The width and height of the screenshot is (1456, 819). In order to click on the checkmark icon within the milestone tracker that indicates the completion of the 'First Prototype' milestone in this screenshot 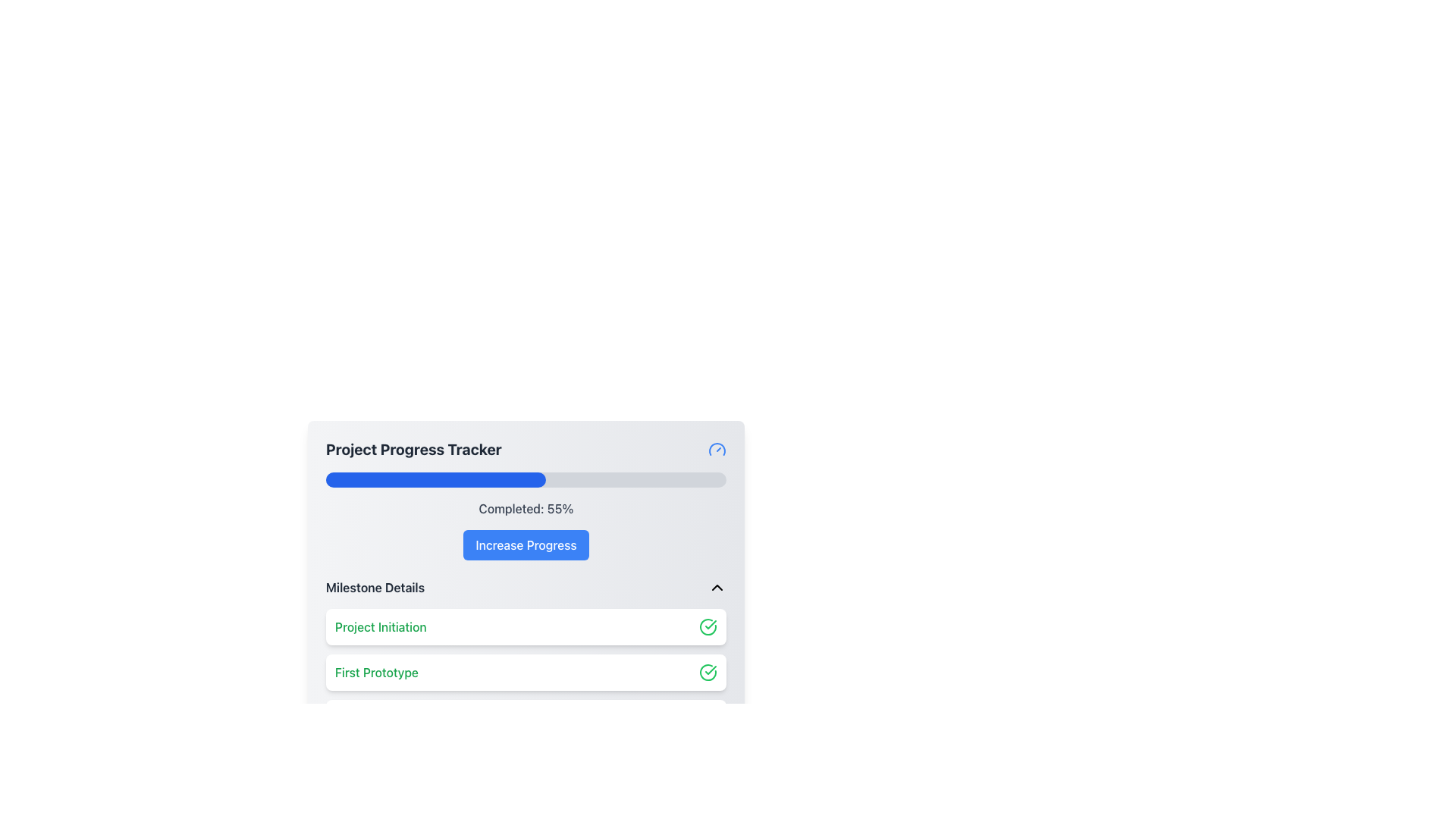, I will do `click(710, 625)`.